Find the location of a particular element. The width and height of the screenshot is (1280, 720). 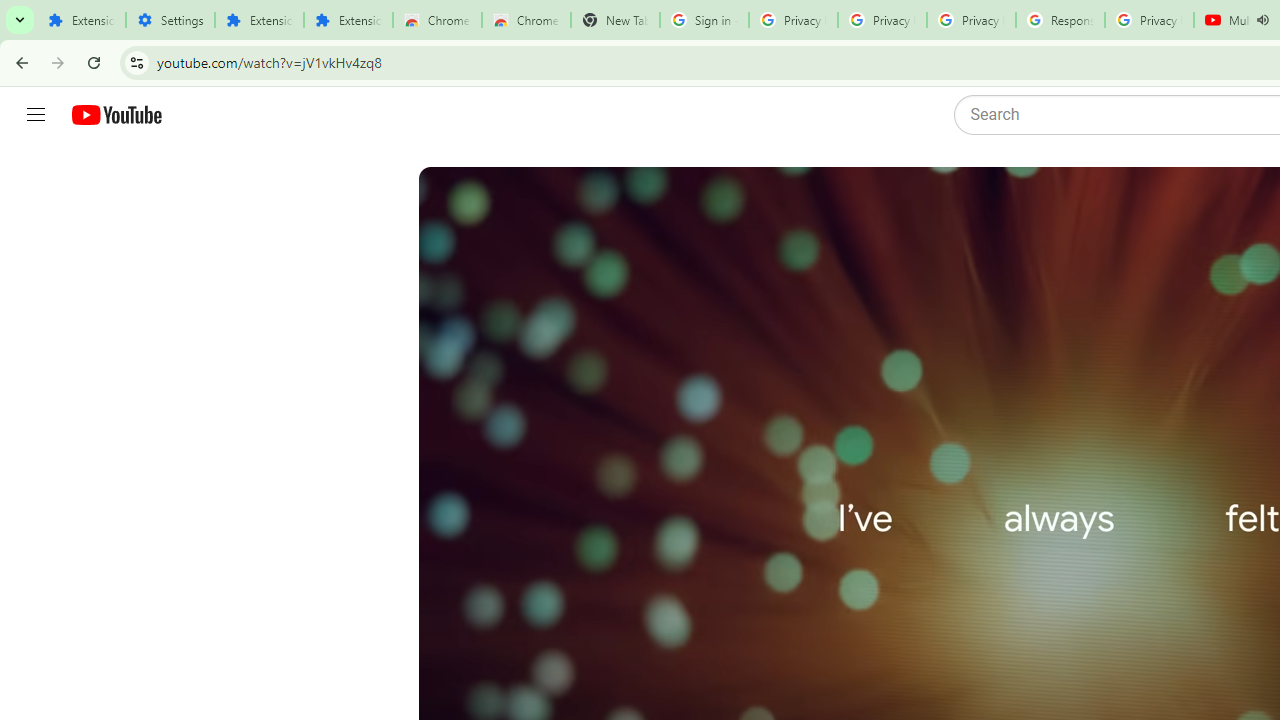

'YouTube Home' is located at coordinates (115, 115).